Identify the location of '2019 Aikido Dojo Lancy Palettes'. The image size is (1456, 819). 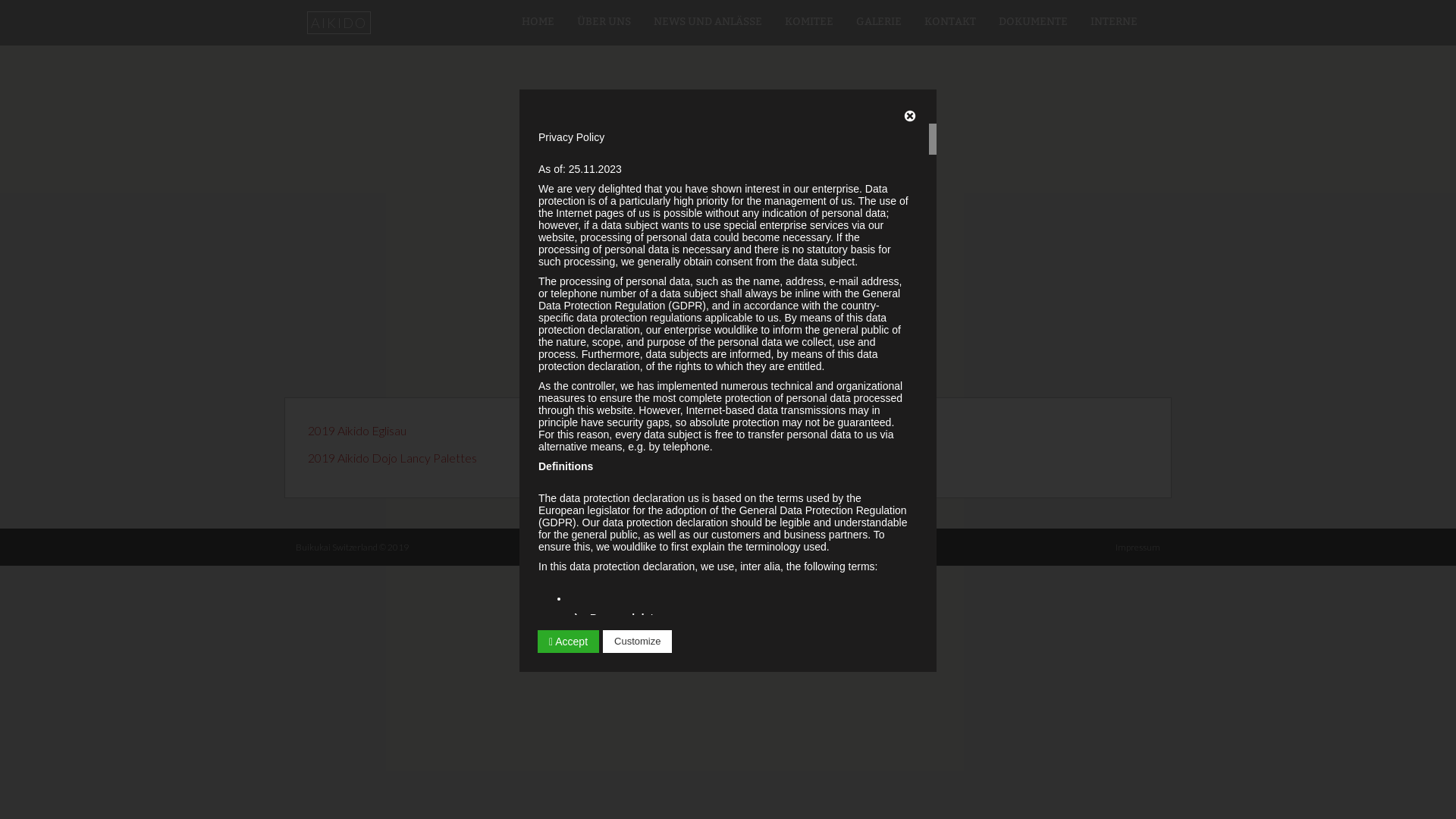
(392, 457).